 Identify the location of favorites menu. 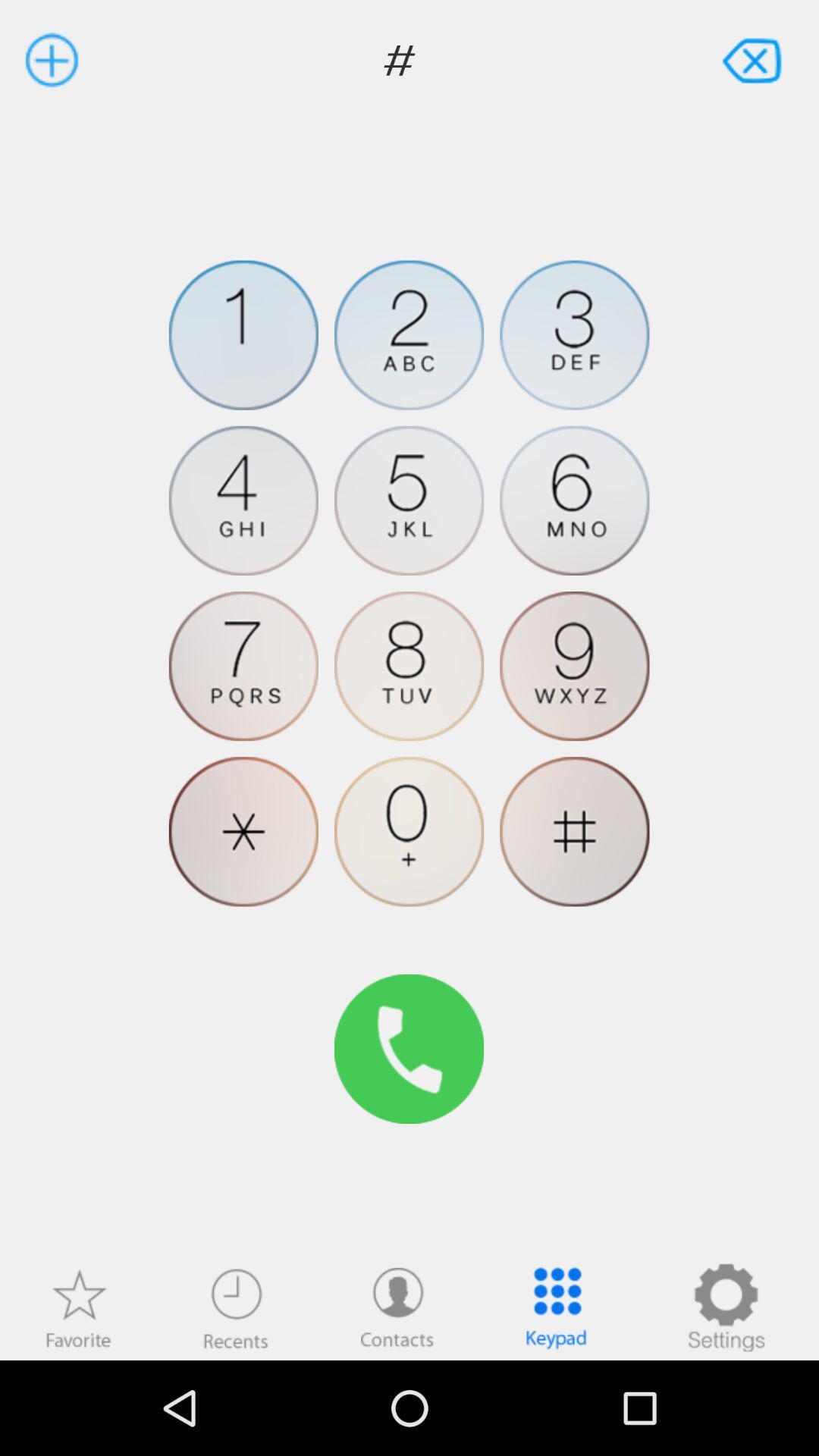
(78, 1307).